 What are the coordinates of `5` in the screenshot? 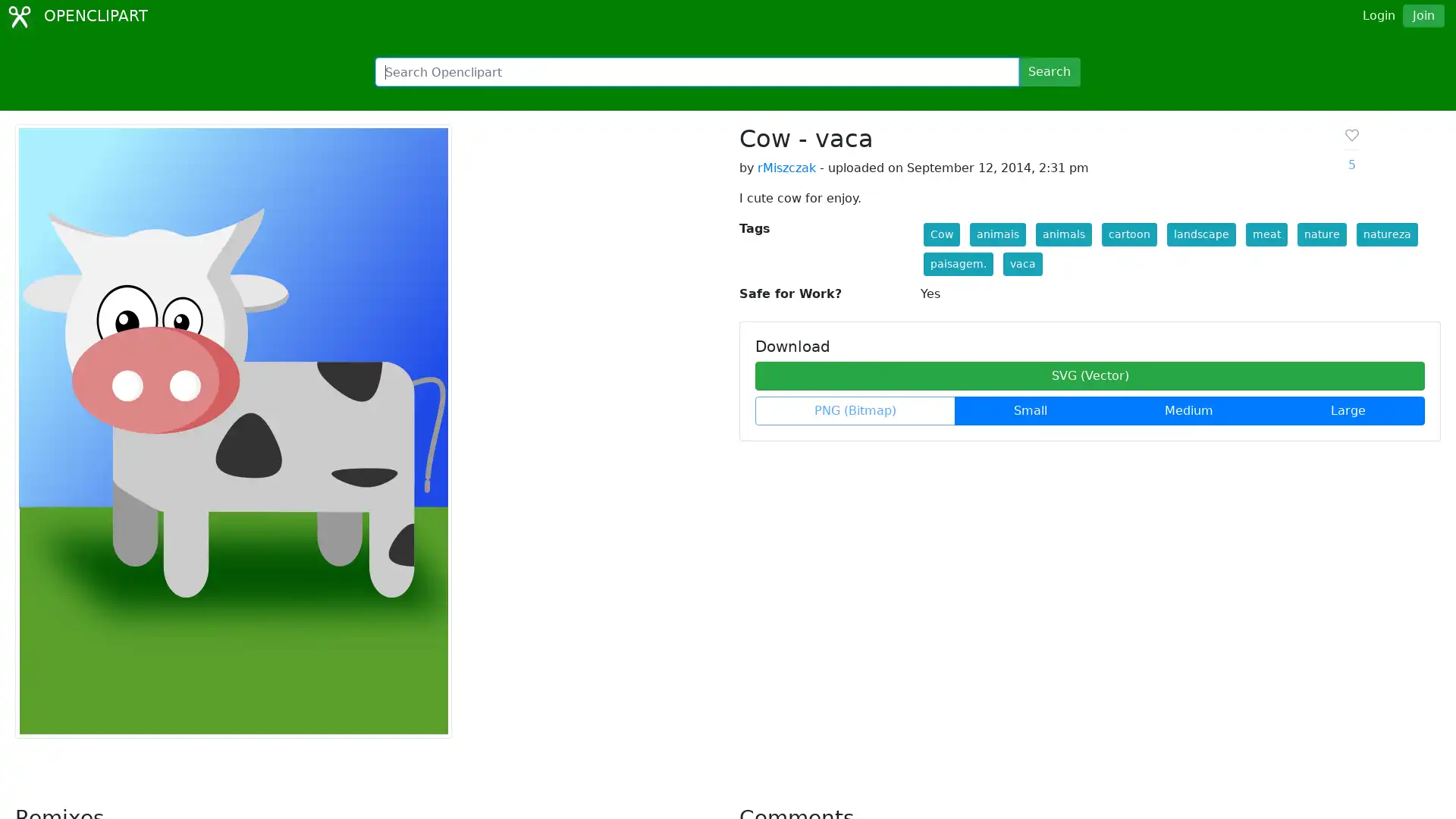 It's located at (1351, 149).